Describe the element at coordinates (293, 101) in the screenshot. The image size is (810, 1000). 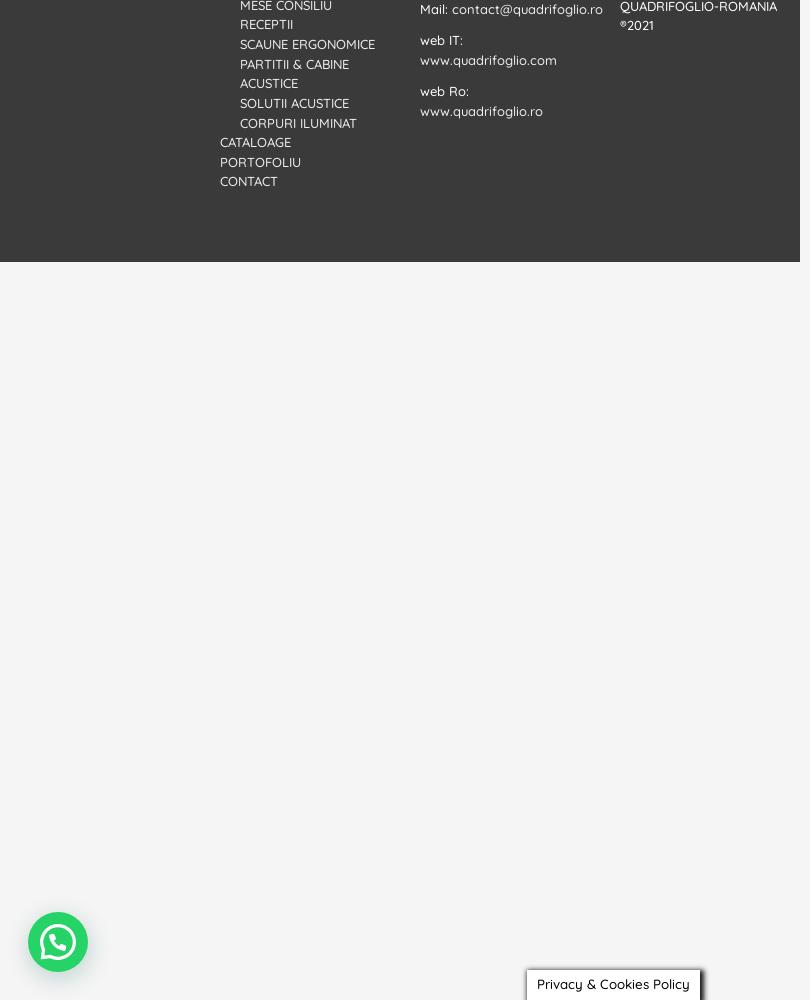
I see `'SOLUTII ACUSTICE'` at that location.